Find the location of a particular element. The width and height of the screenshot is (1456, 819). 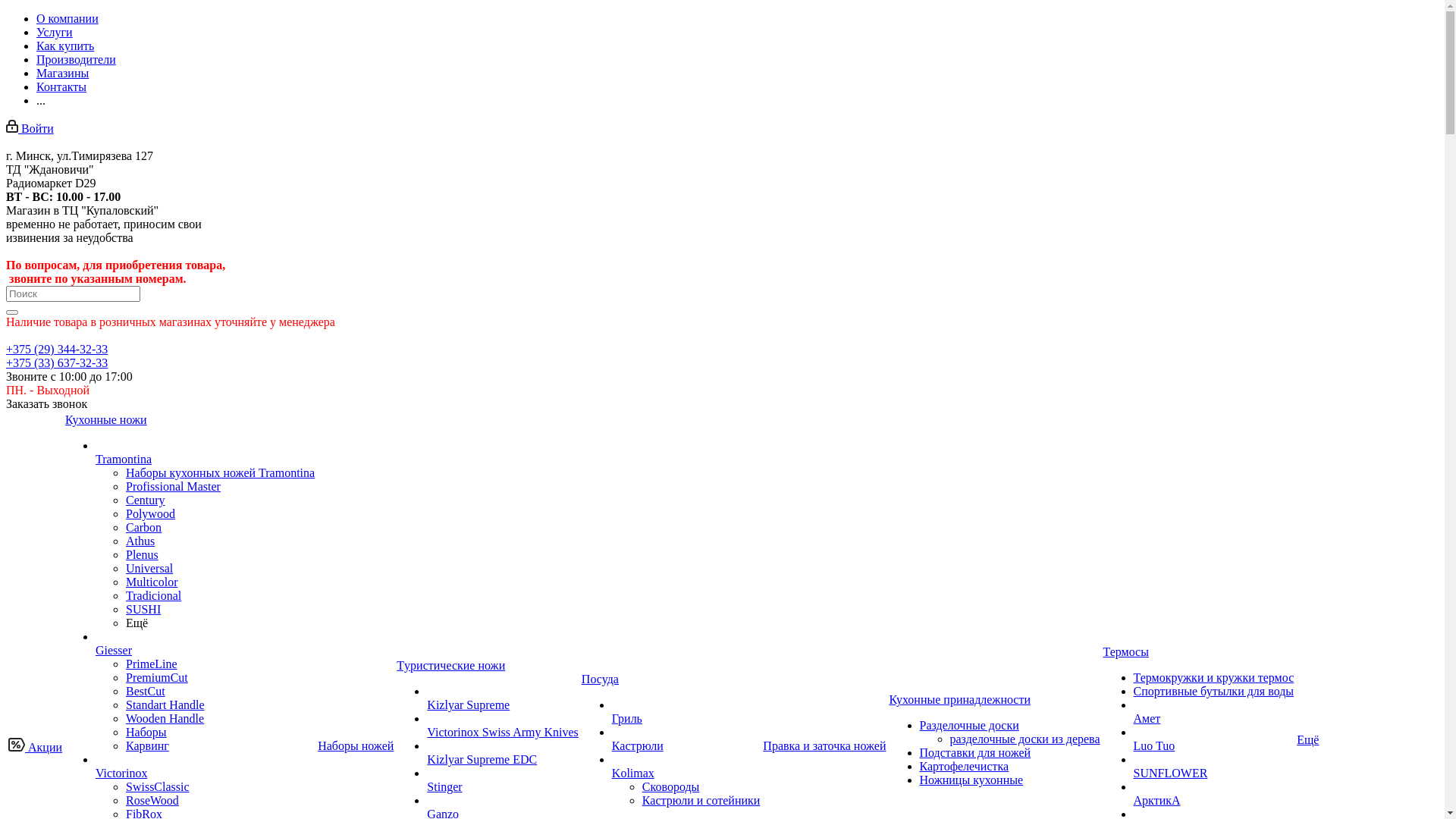

'Tramontina' is located at coordinates (95, 448).